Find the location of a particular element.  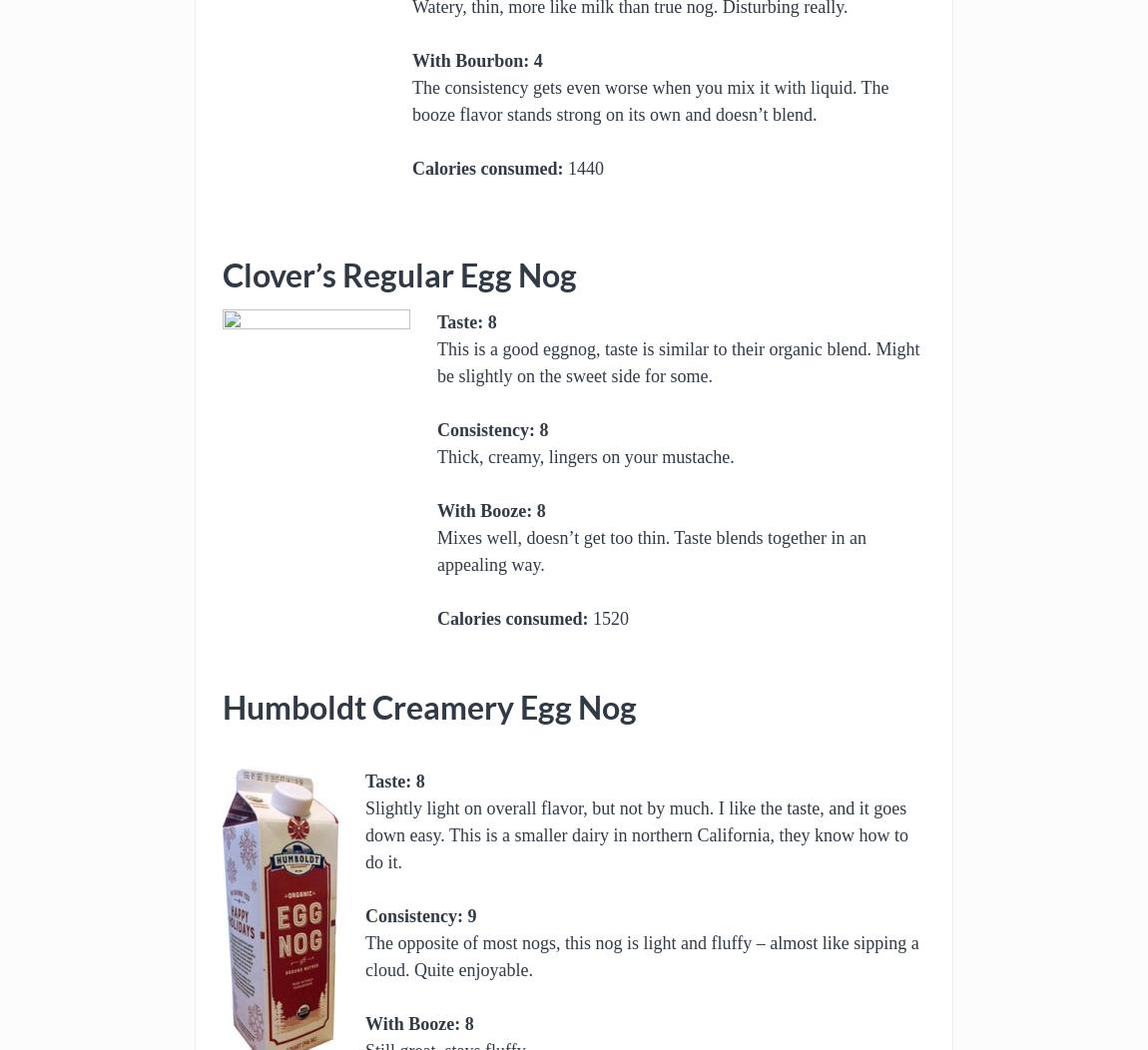

'Thick, creamy, lingers on your mustache.' is located at coordinates (584, 455).